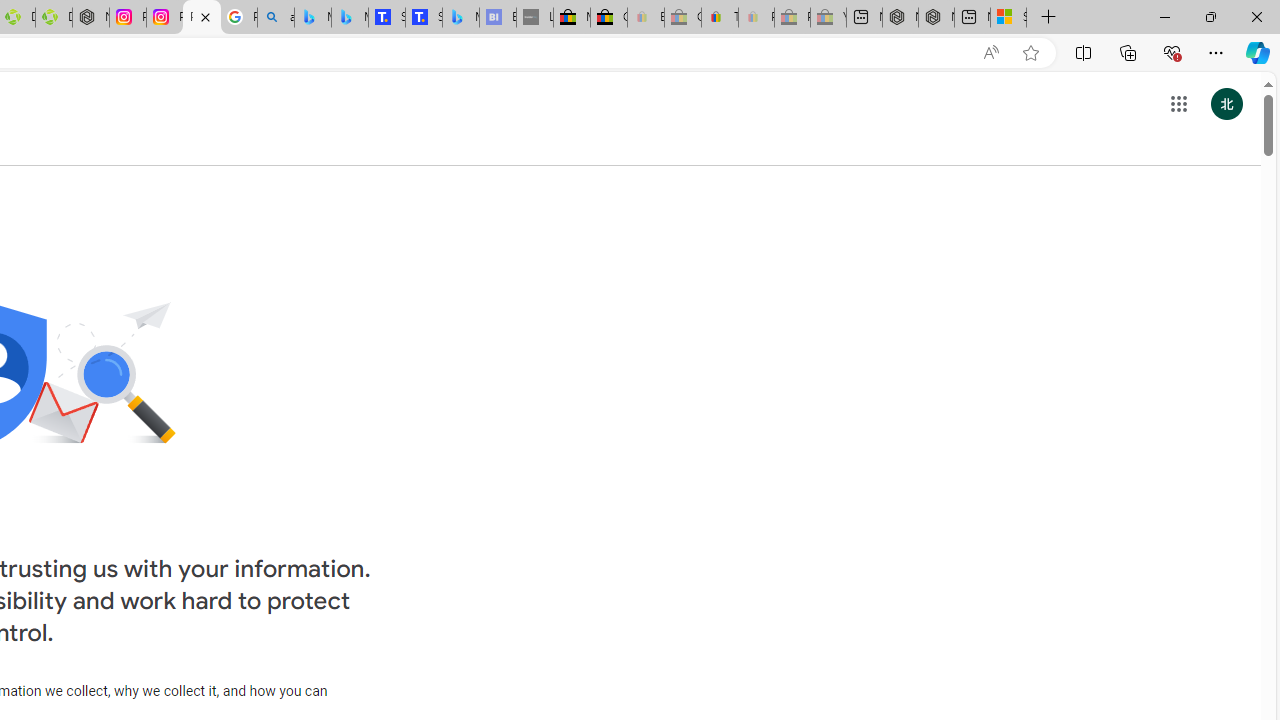 The image size is (1280, 720). Describe the element at coordinates (828, 17) in the screenshot. I see `'Yard, Garden & Outdoor Living - Sleeping'` at that location.